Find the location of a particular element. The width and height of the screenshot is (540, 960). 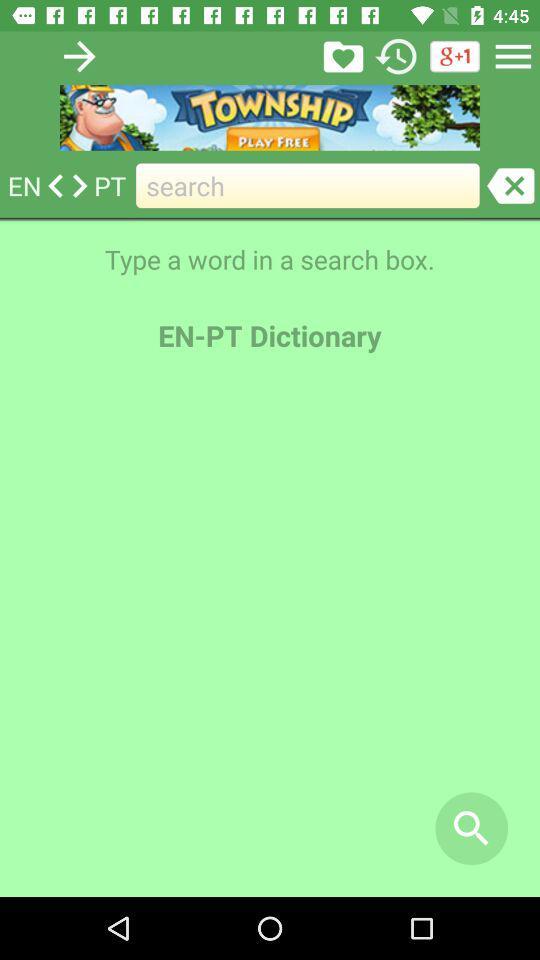

move page forward is located at coordinates (78, 55).